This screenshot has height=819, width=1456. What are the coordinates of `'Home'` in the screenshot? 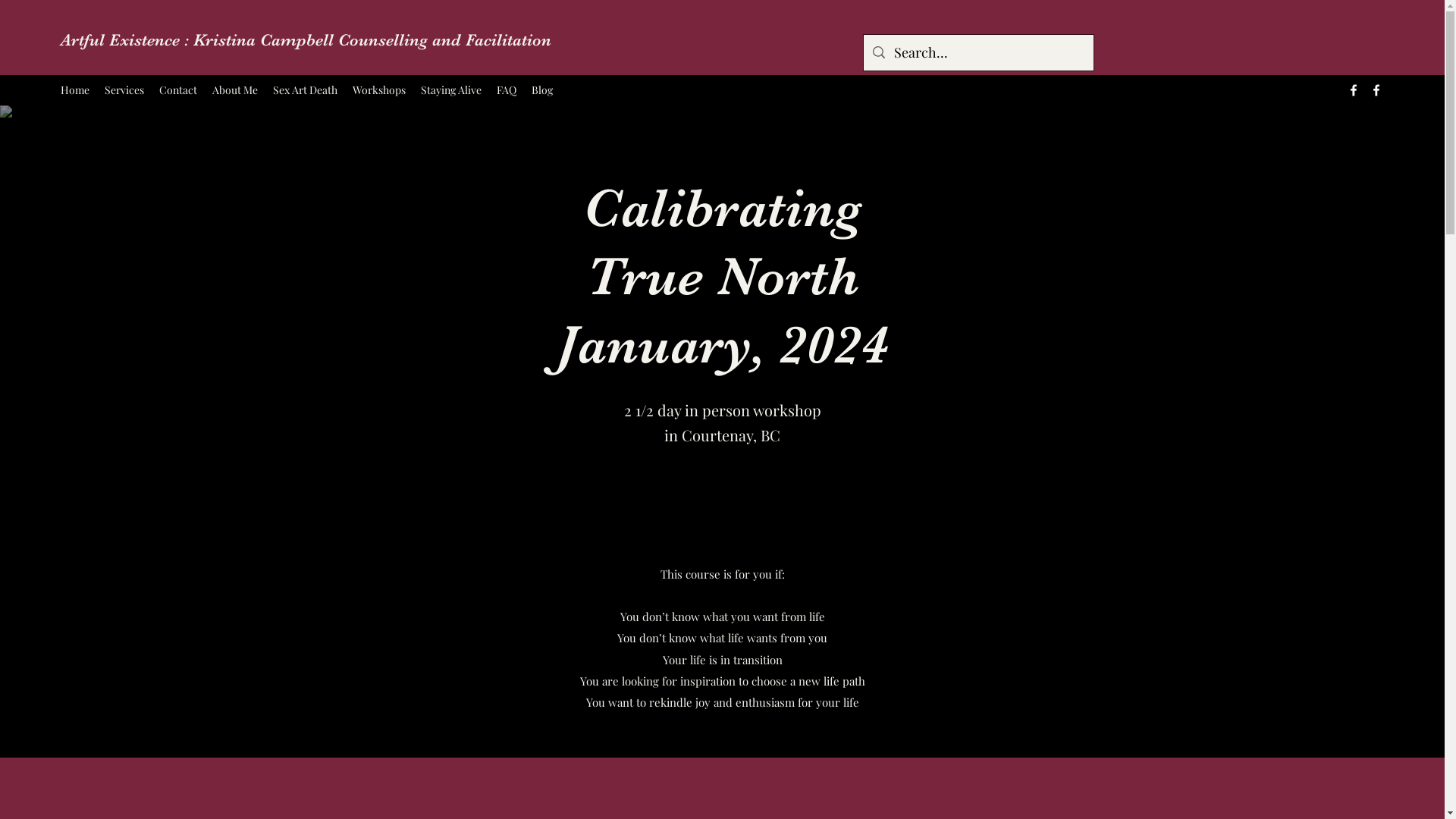 It's located at (74, 90).